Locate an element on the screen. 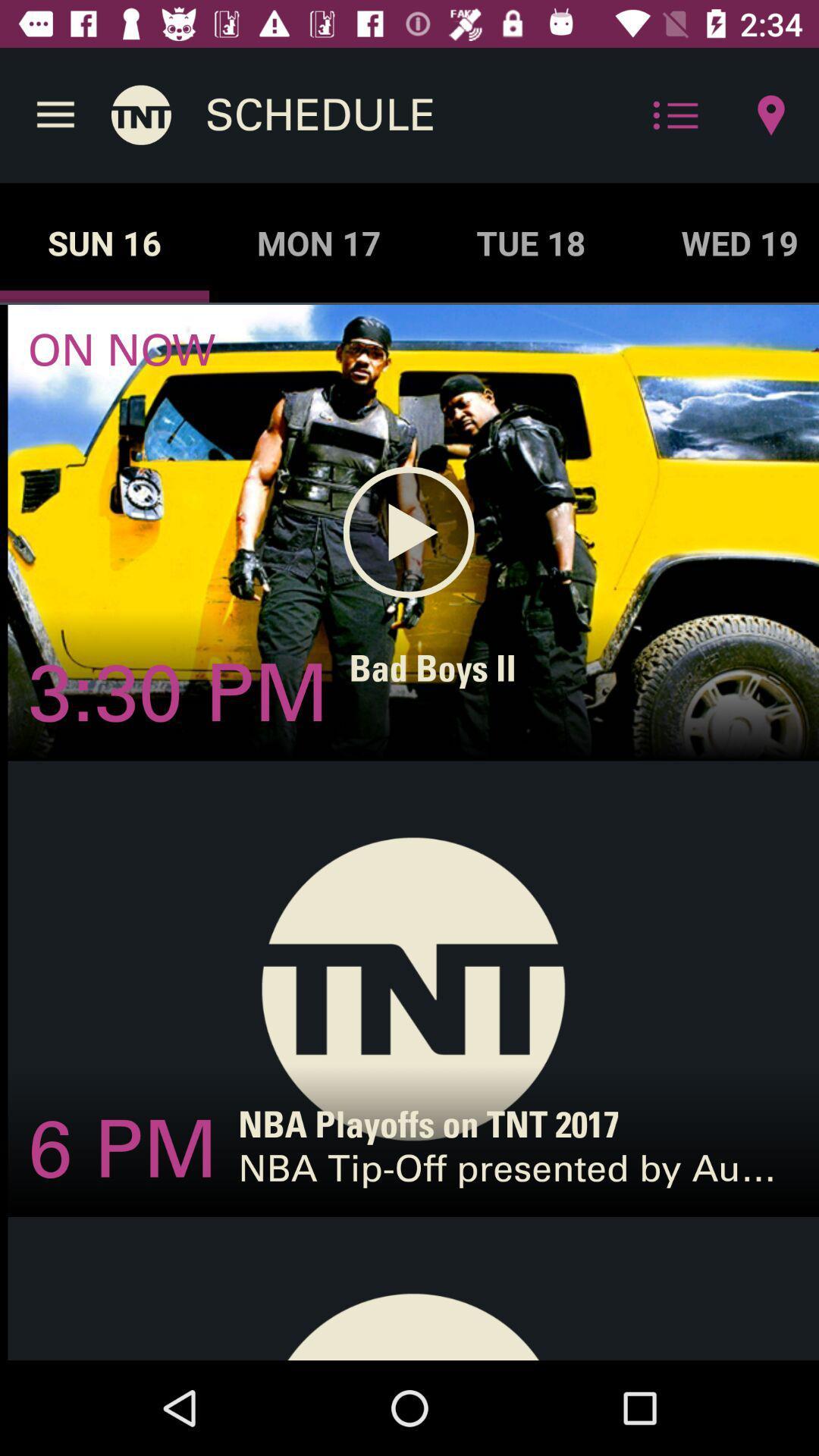 This screenshot has width=819, height=1456. the icon above the sun 16 item is located at coordinates (55, 115).